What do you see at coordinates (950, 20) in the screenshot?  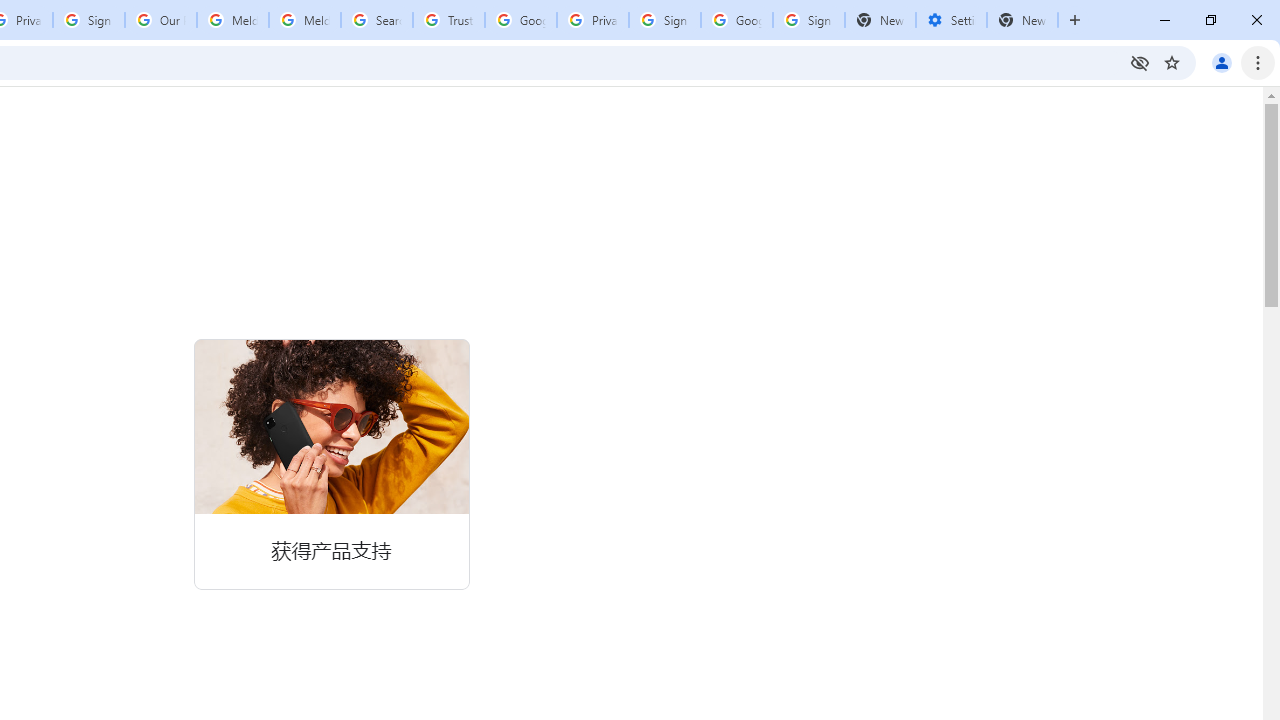 I see `'Settings - Addresses and more'` at bounding box center [950, 20].